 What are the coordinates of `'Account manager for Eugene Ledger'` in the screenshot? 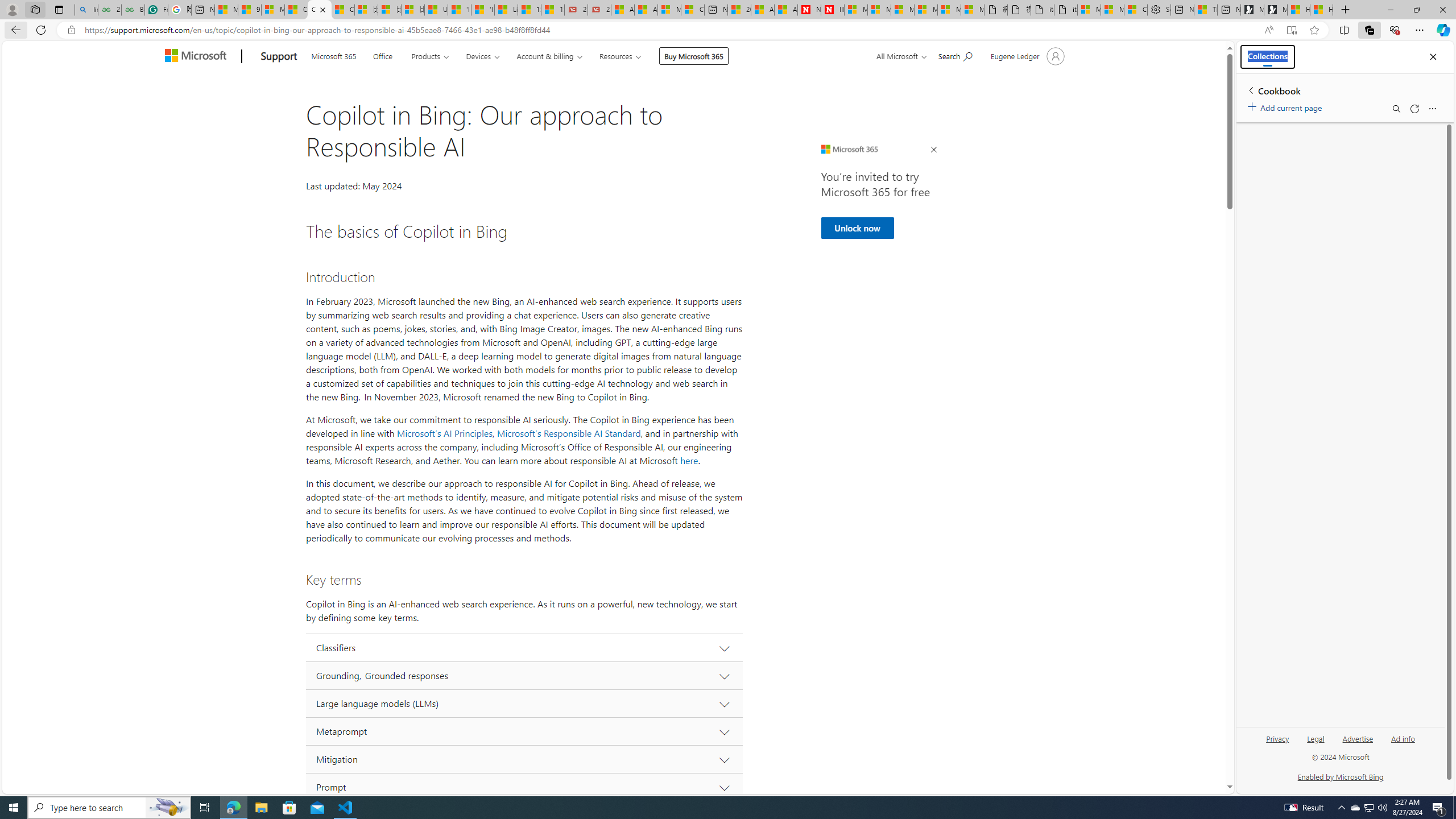 It's located at (1025, 55).